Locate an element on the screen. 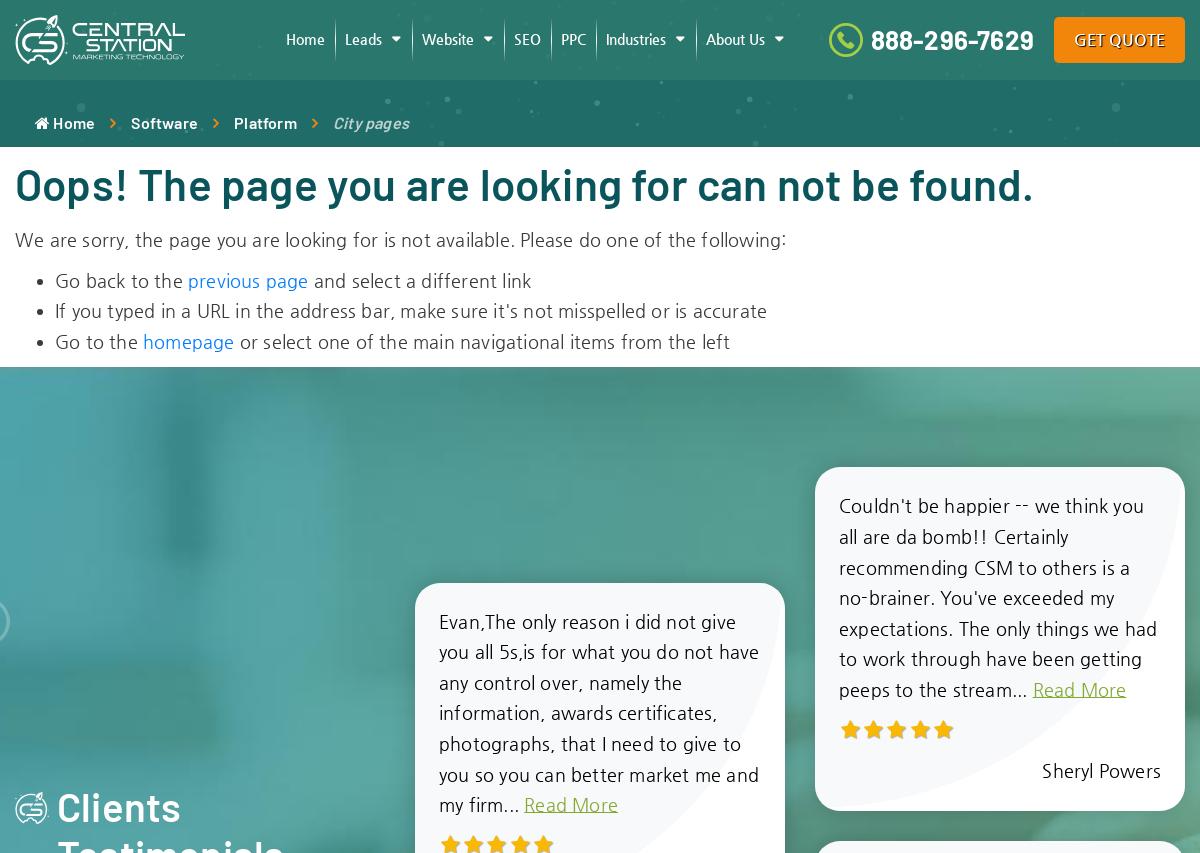  'HVAC' is located at coordinates (633, 171).